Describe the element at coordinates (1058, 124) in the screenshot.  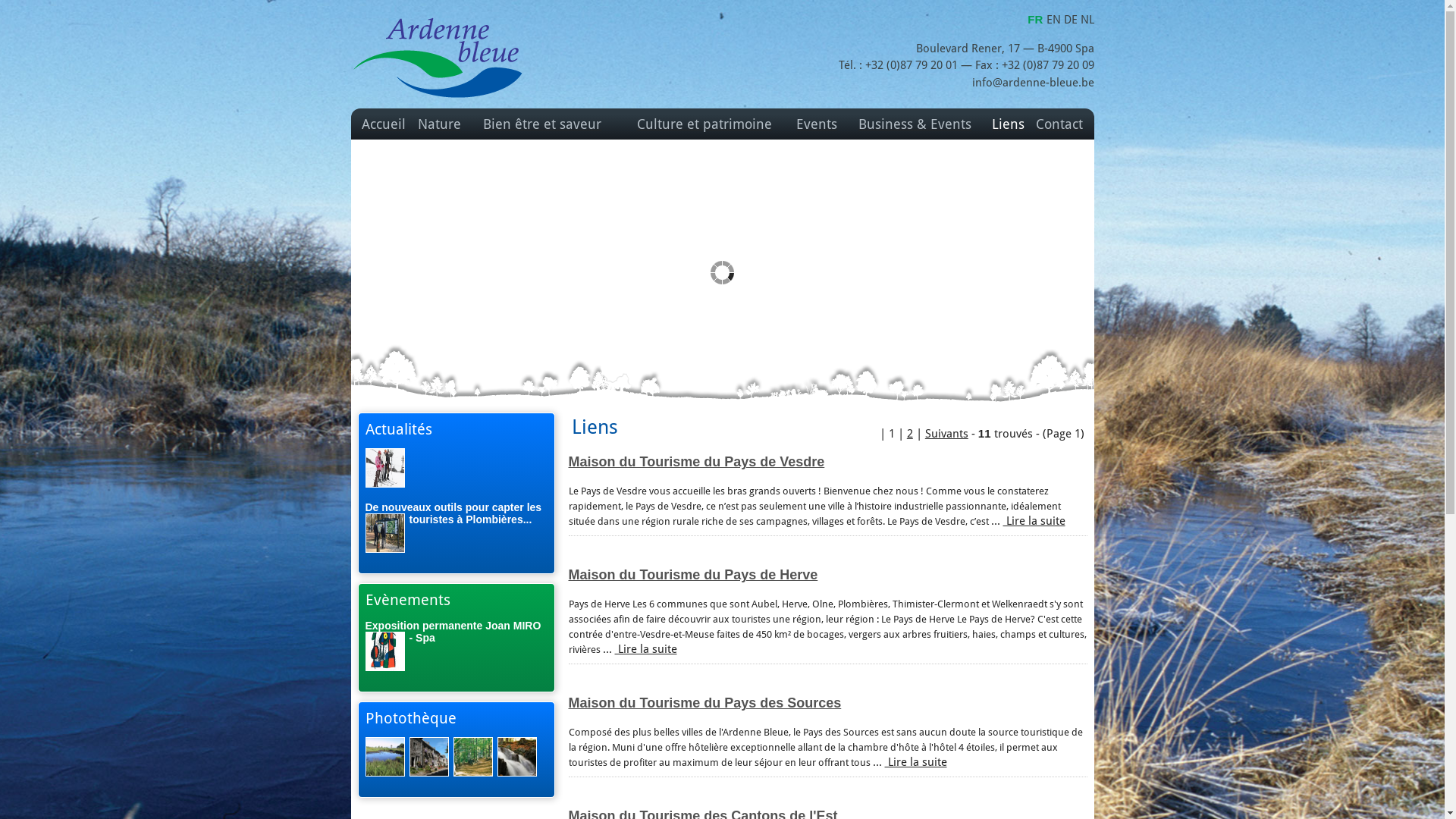
I see `'Contact'` at that location.